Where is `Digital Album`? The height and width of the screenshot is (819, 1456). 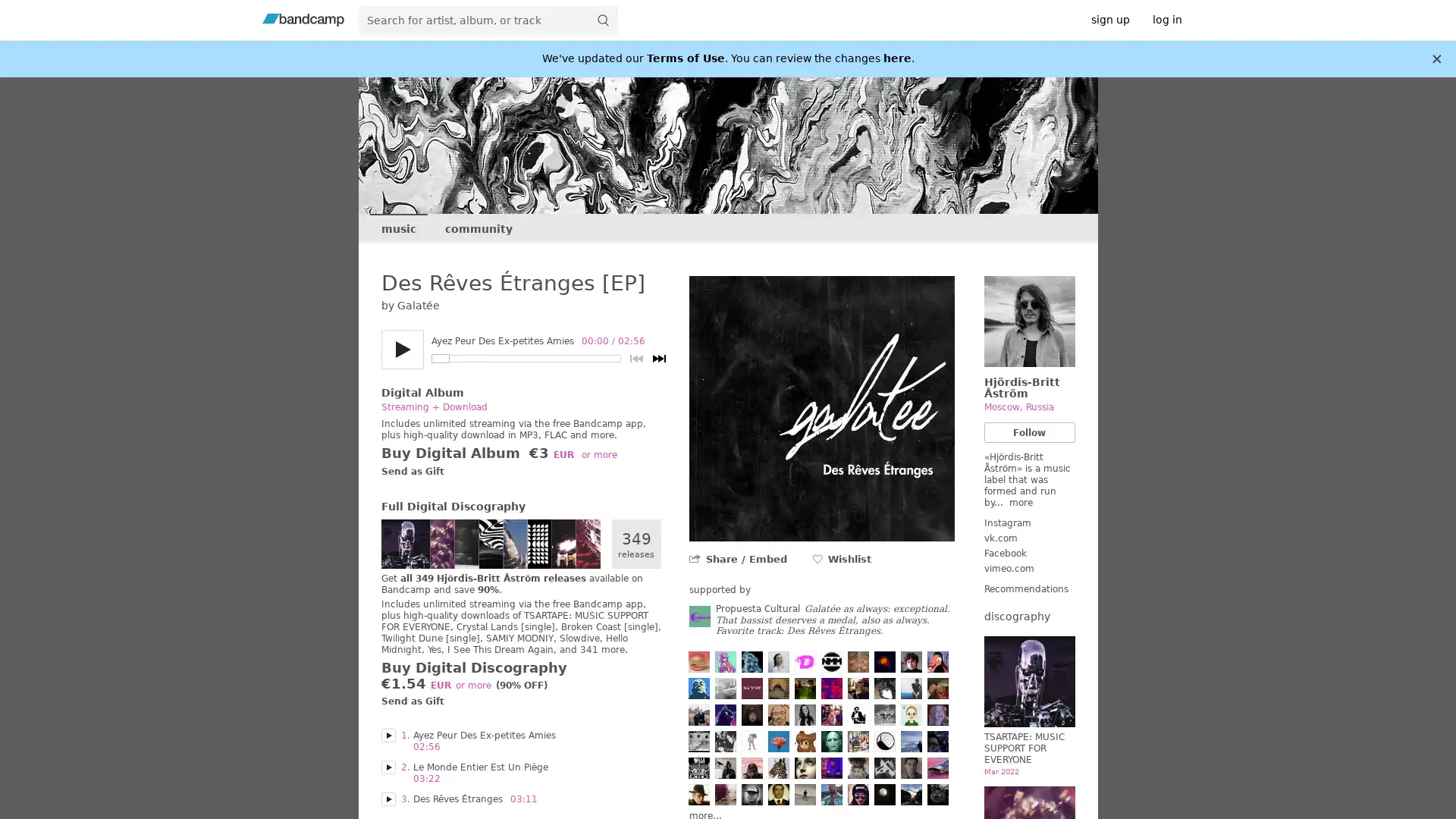 Digital Album is located at coordinates (422, 391).